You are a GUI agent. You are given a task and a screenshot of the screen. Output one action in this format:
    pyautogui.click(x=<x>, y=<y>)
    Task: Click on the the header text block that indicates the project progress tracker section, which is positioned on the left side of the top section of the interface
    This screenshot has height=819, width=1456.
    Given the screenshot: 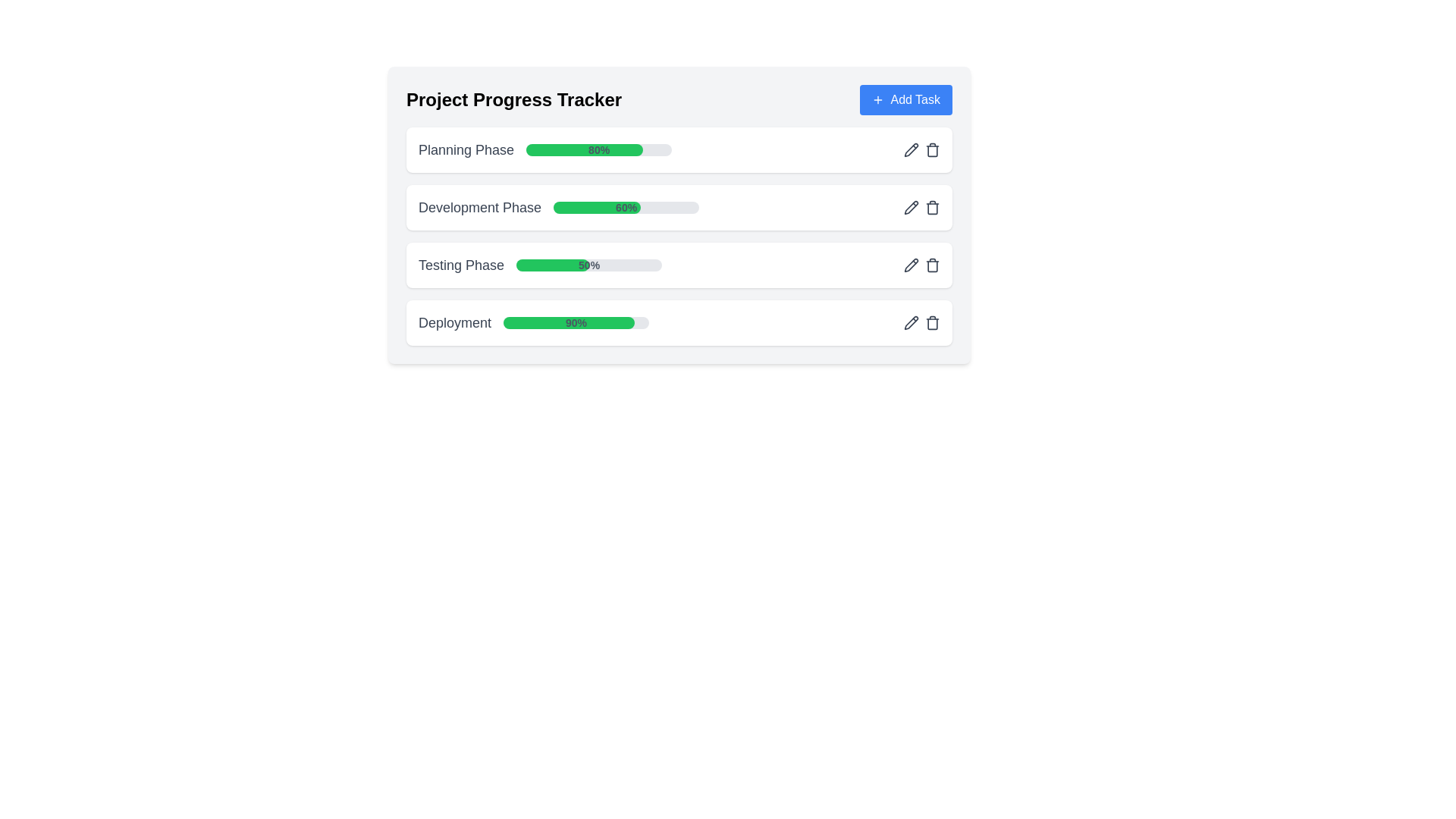 What is the action you would take?
    pyautogui.click(x=514, y=99)
    